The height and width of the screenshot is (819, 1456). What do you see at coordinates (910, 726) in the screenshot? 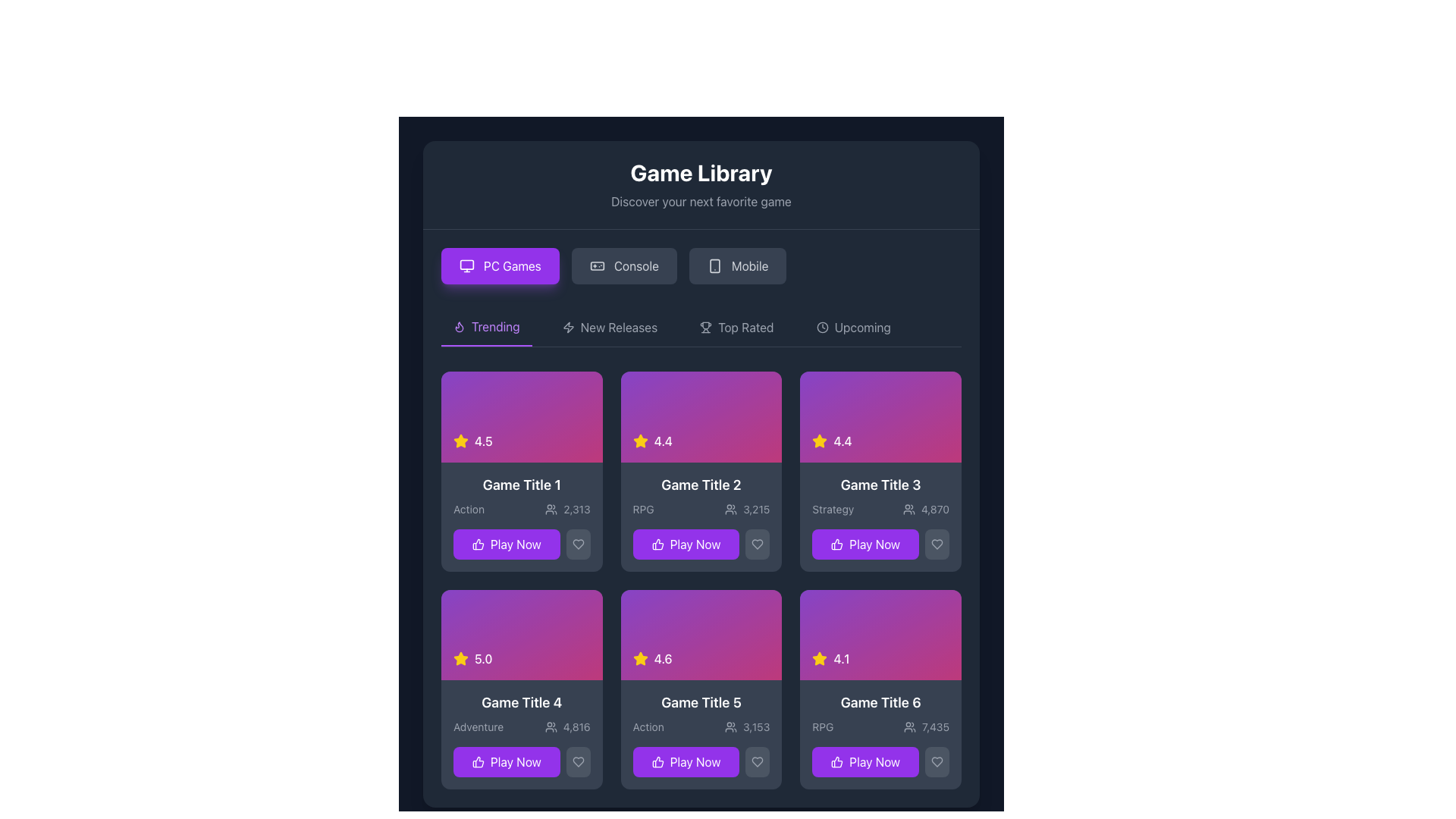
I see `the user statistics icon located on the 'Game Title 6' card, which is positioned in the bottom-right corner next to the numeric value '7,435'` at bounding box center [910, 726].